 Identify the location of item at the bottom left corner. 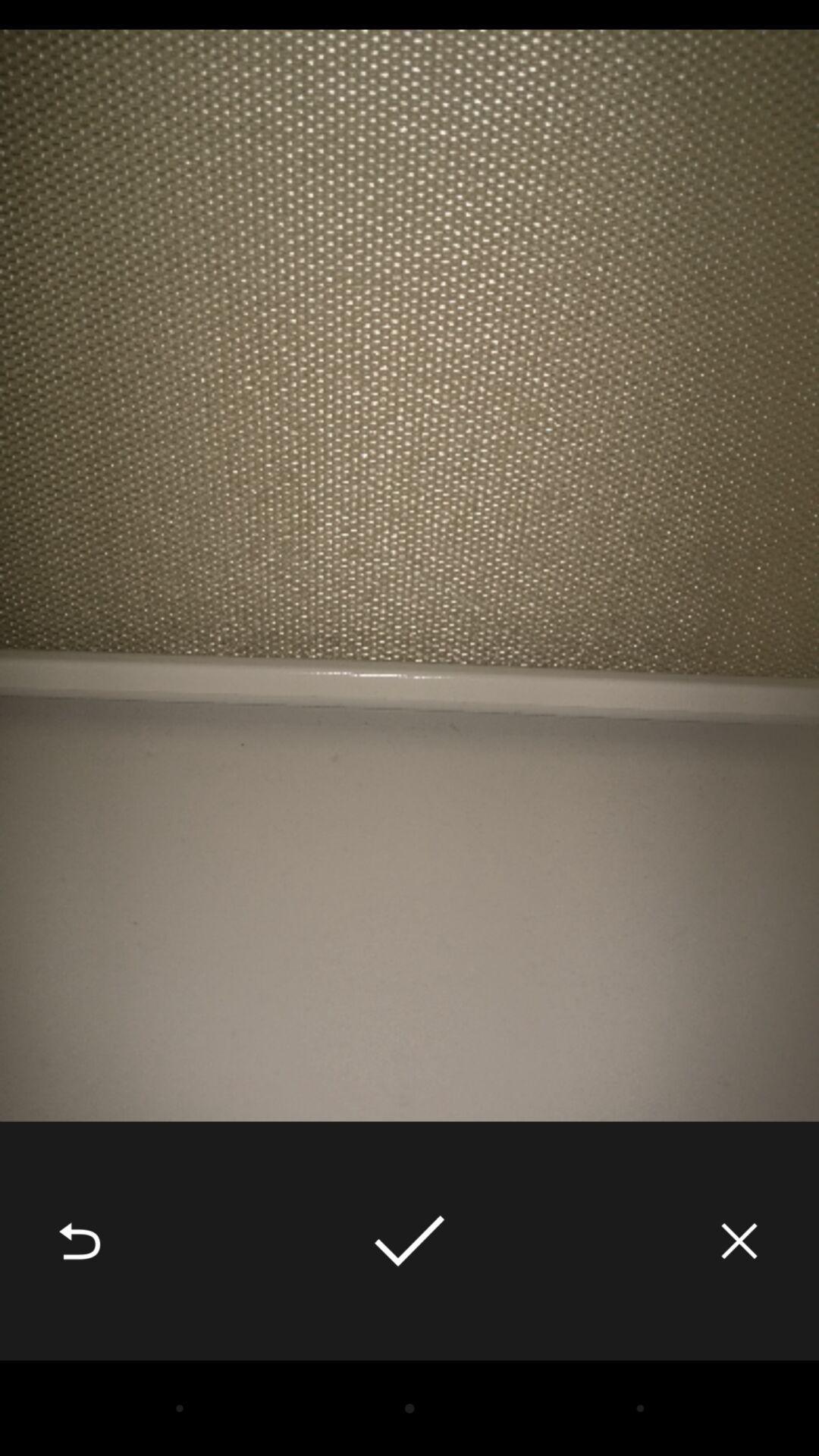
(79, 1241).